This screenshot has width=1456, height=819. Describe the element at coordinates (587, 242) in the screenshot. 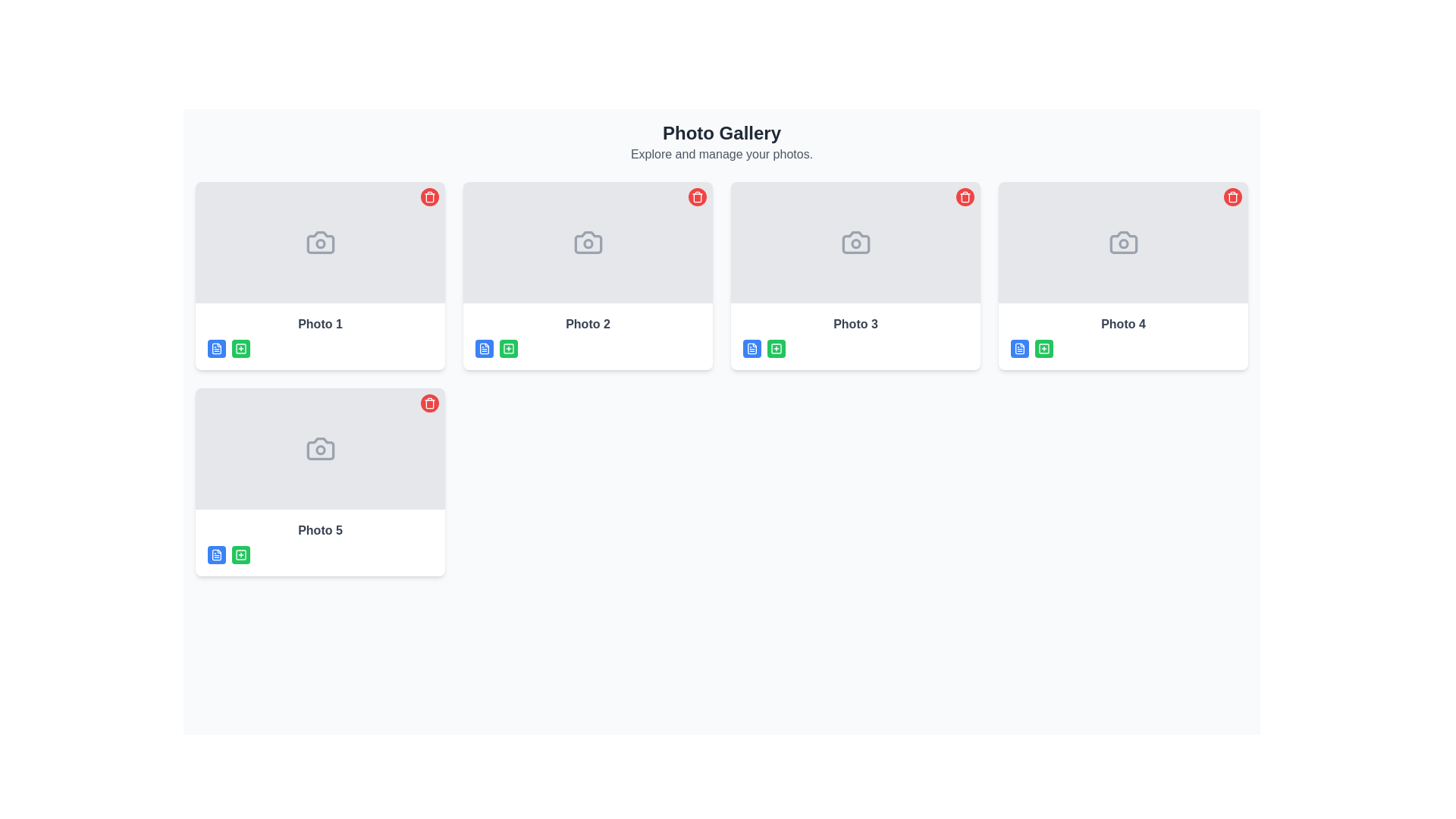

I see `the icon representing the absence of an image or for photo upload management, located in the upper gray section of the tile for 'Photo 2'` at that location.